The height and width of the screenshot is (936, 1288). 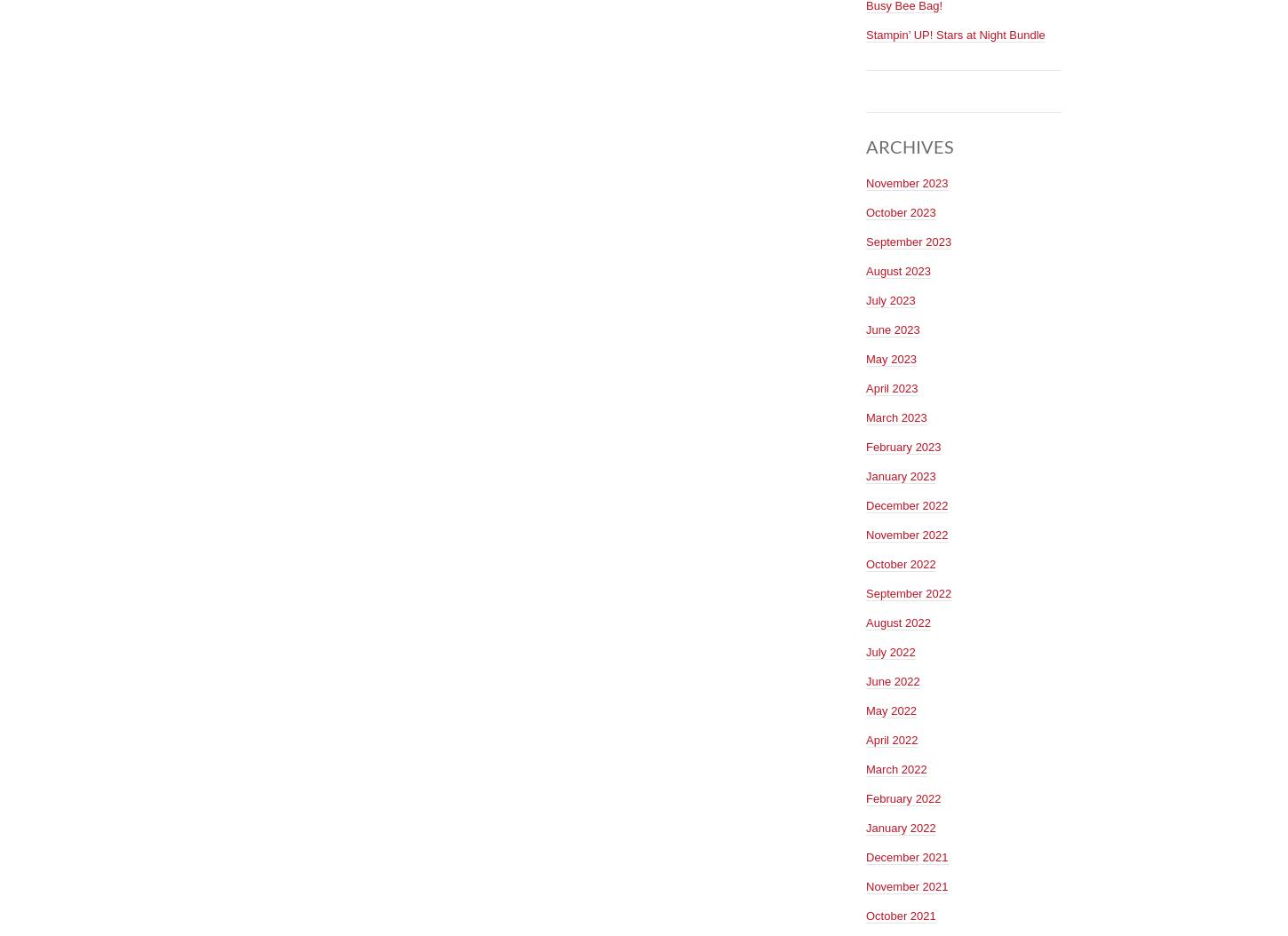 I want to click on 'April 2022', so click(x=865, y=738).